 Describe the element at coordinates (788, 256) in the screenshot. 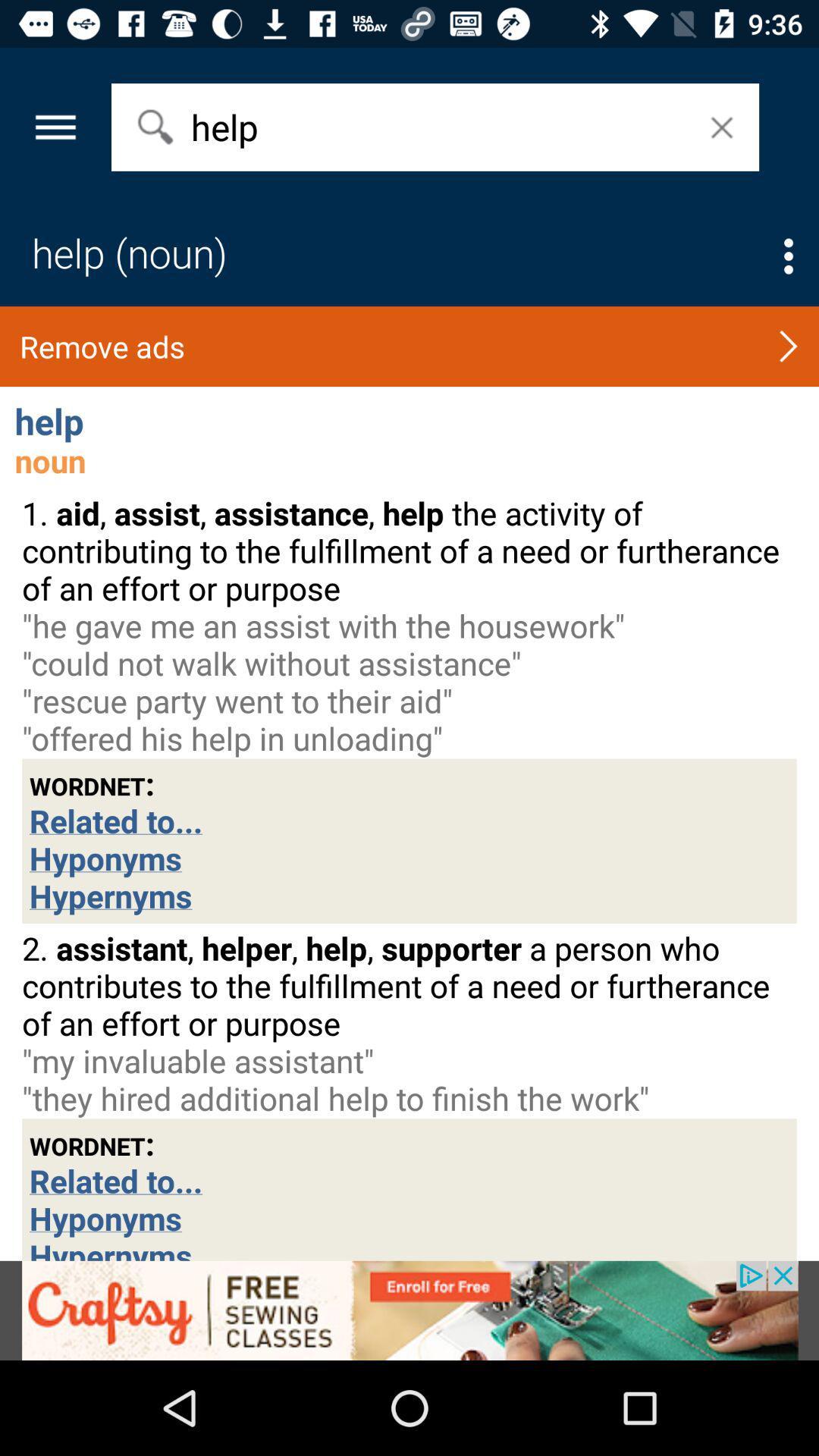

I see `options menu` at that location.